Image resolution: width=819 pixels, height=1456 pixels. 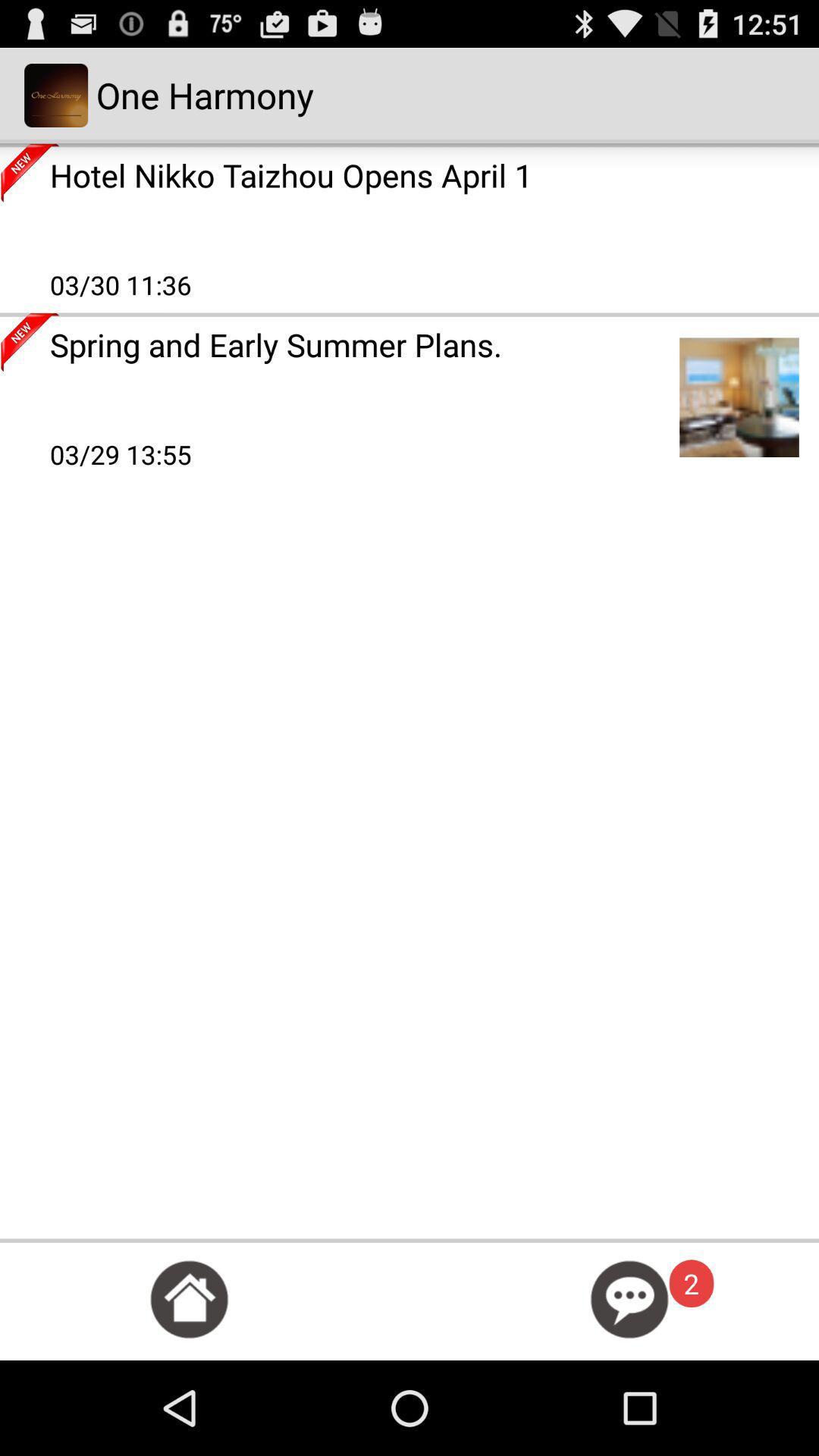 I want to click on open messages, so click(x=629, y=1298).